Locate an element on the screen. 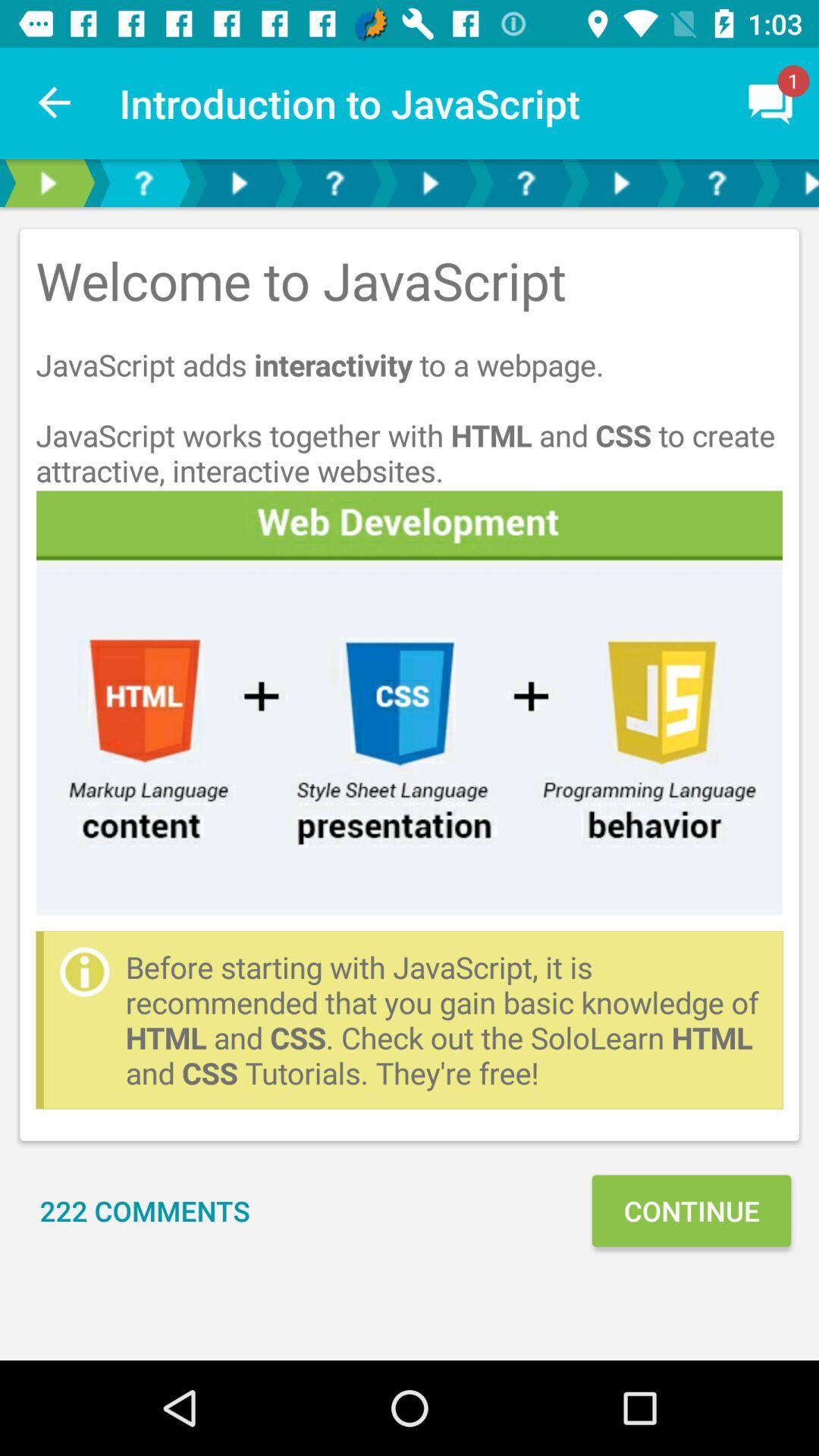 This screenshot has height=1456, width=819. the play icon is located at coordinates (791, 182).